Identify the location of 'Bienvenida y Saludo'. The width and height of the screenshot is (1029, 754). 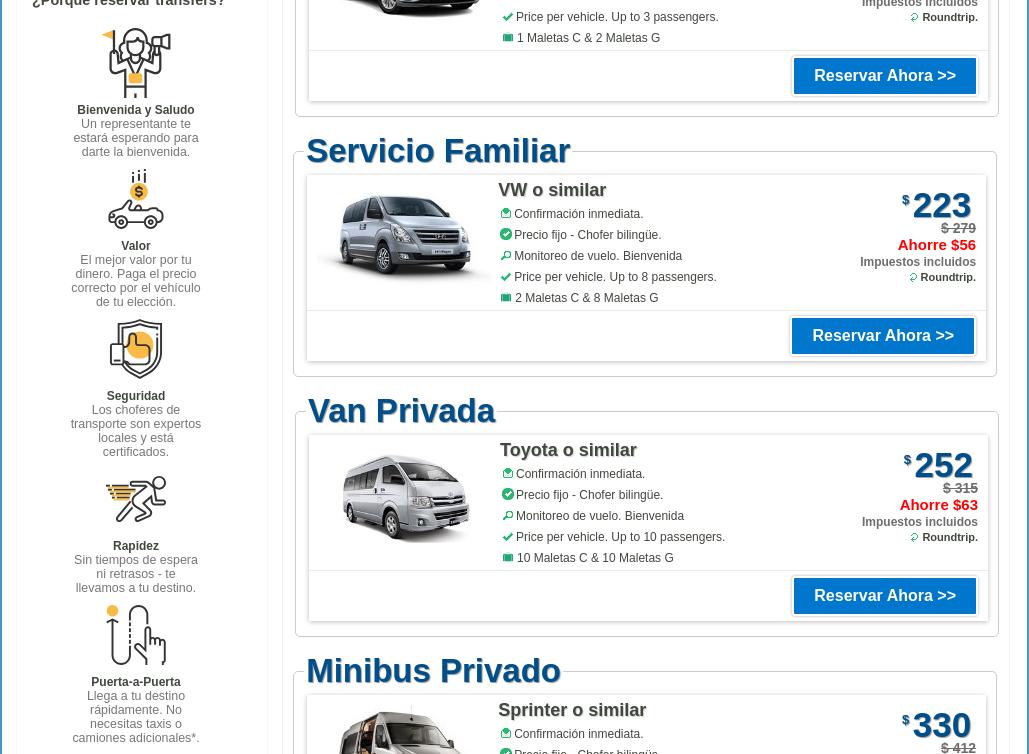
(134, 110).